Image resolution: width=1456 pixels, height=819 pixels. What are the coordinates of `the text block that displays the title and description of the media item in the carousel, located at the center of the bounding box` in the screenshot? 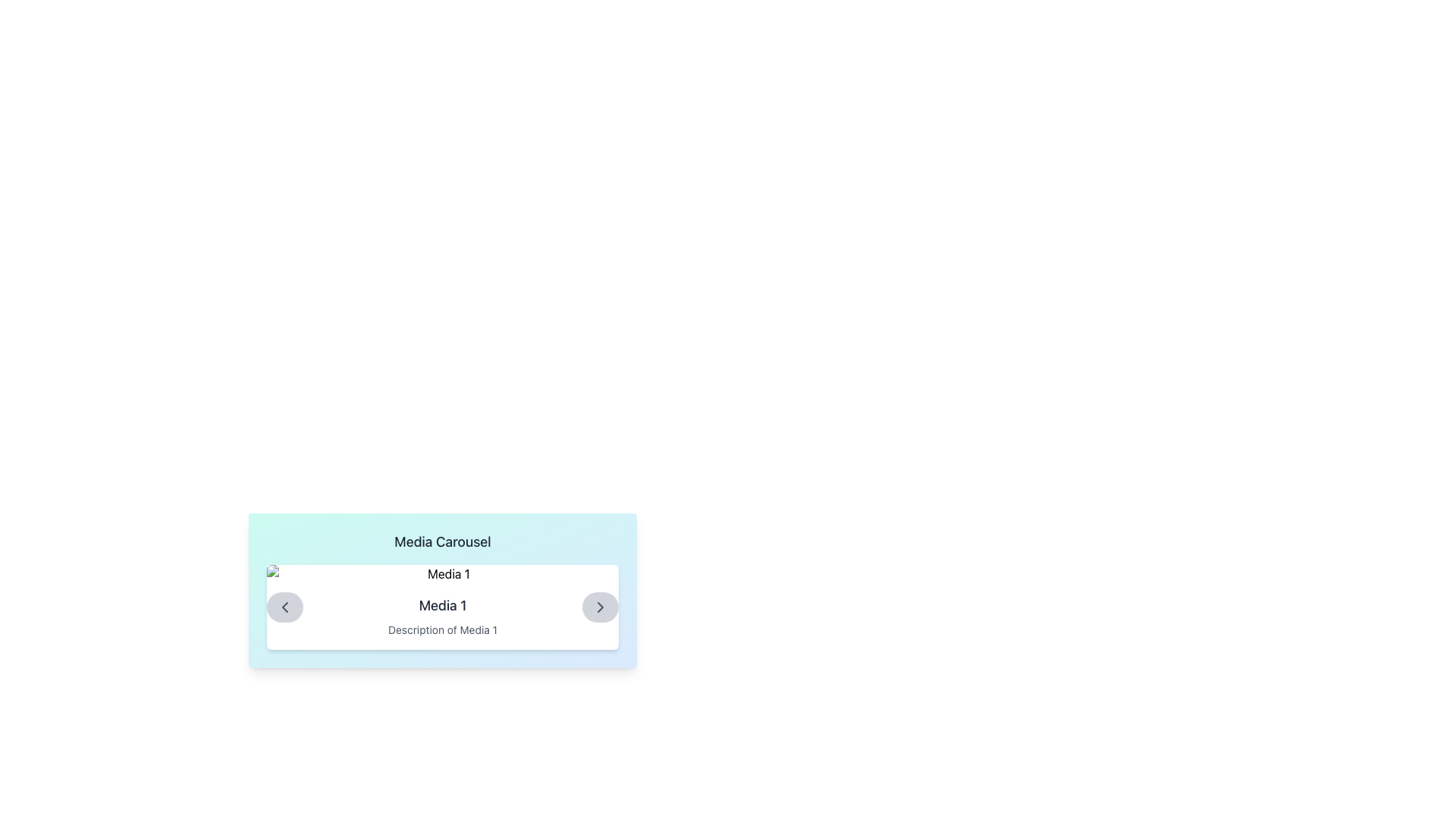 It's located at (442, 617).